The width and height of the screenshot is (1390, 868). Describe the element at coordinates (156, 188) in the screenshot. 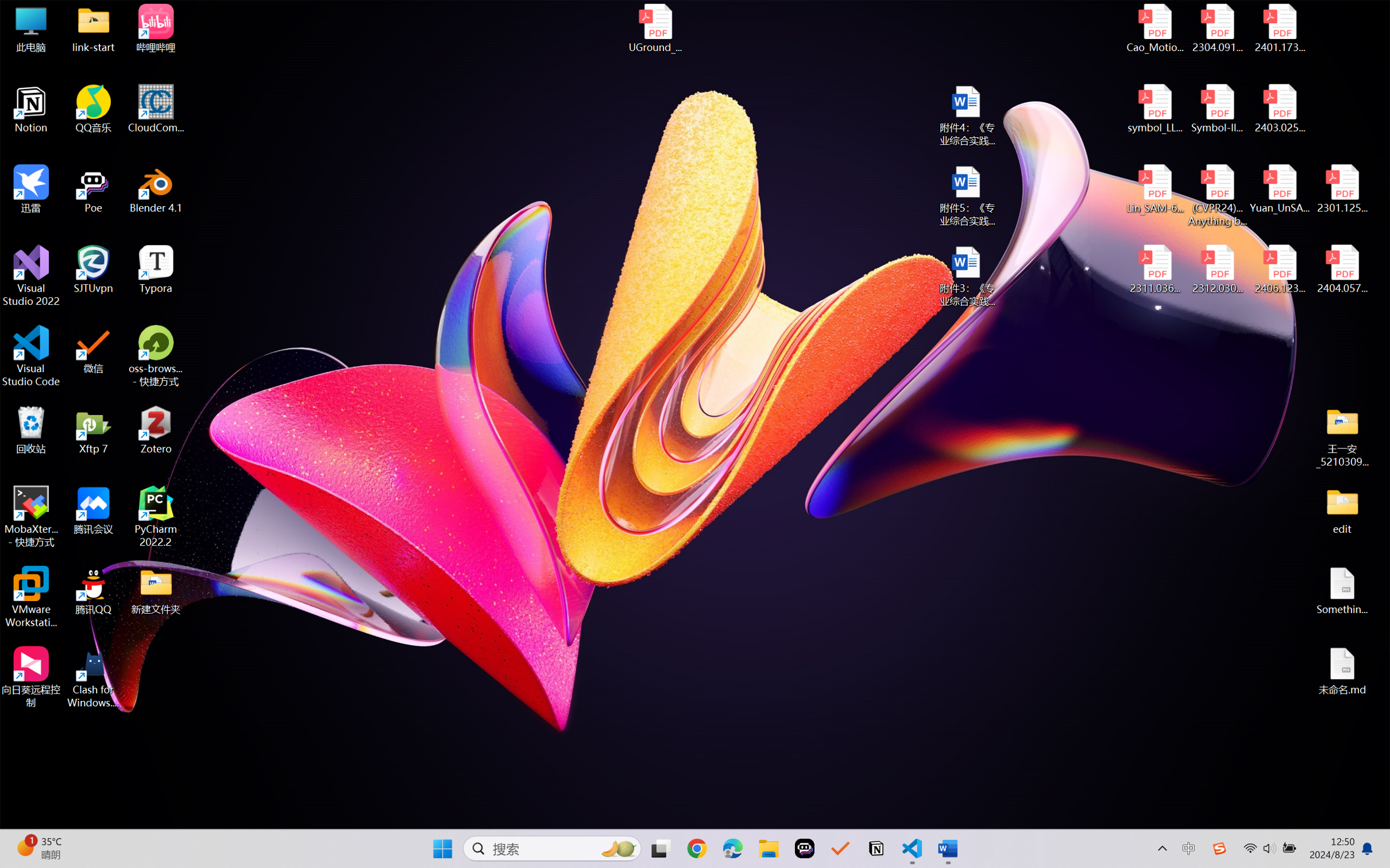

I see `'Blender 4.1'` at that location.